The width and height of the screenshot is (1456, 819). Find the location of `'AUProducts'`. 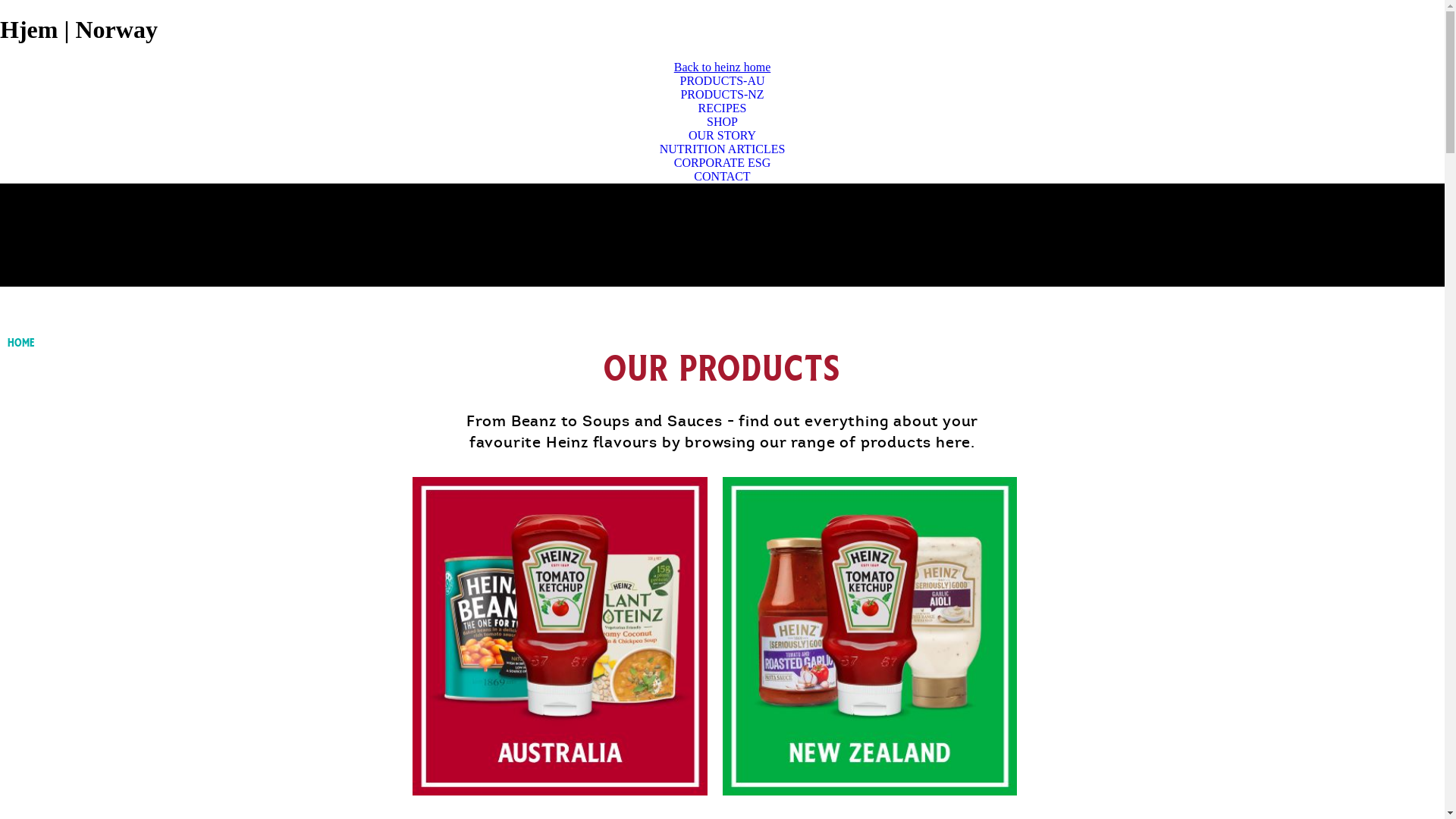

'AUProducts' is located at coordinates (559, 636).